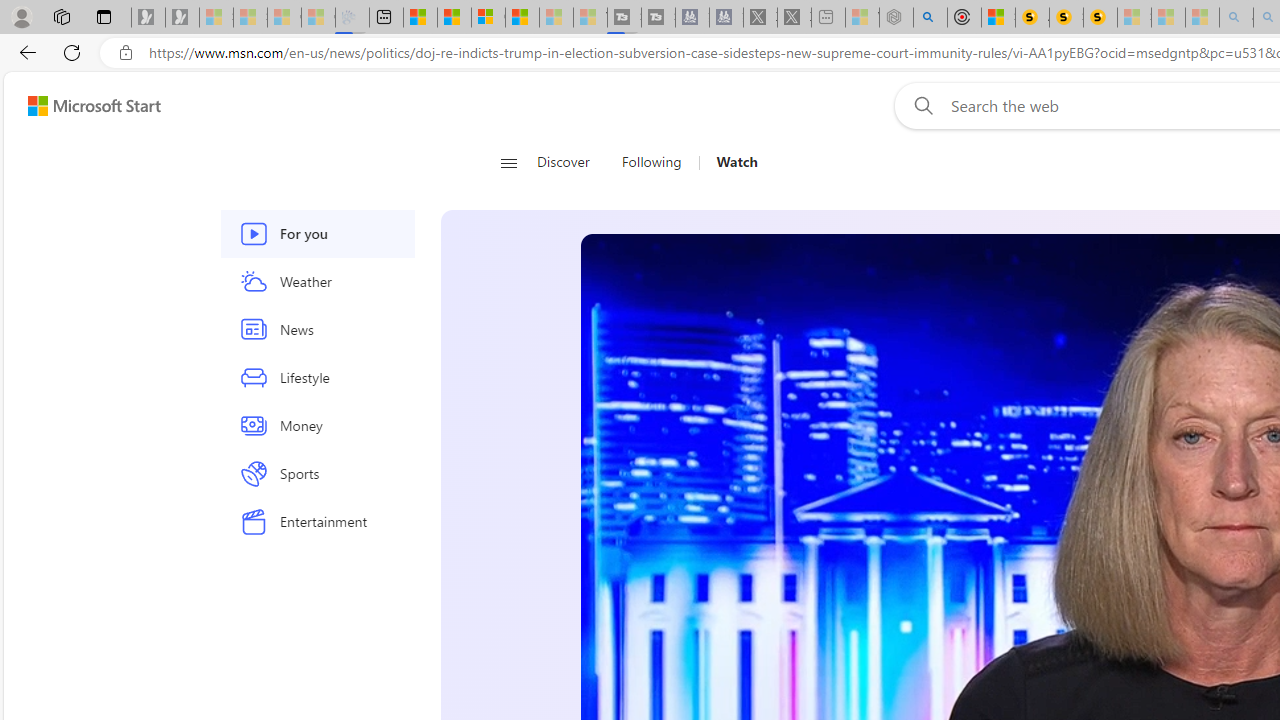  Describe the element at coordinates (182, 17) in the screenshot. I see `'Newsletter Sign Up - Sleeping'` at that location.